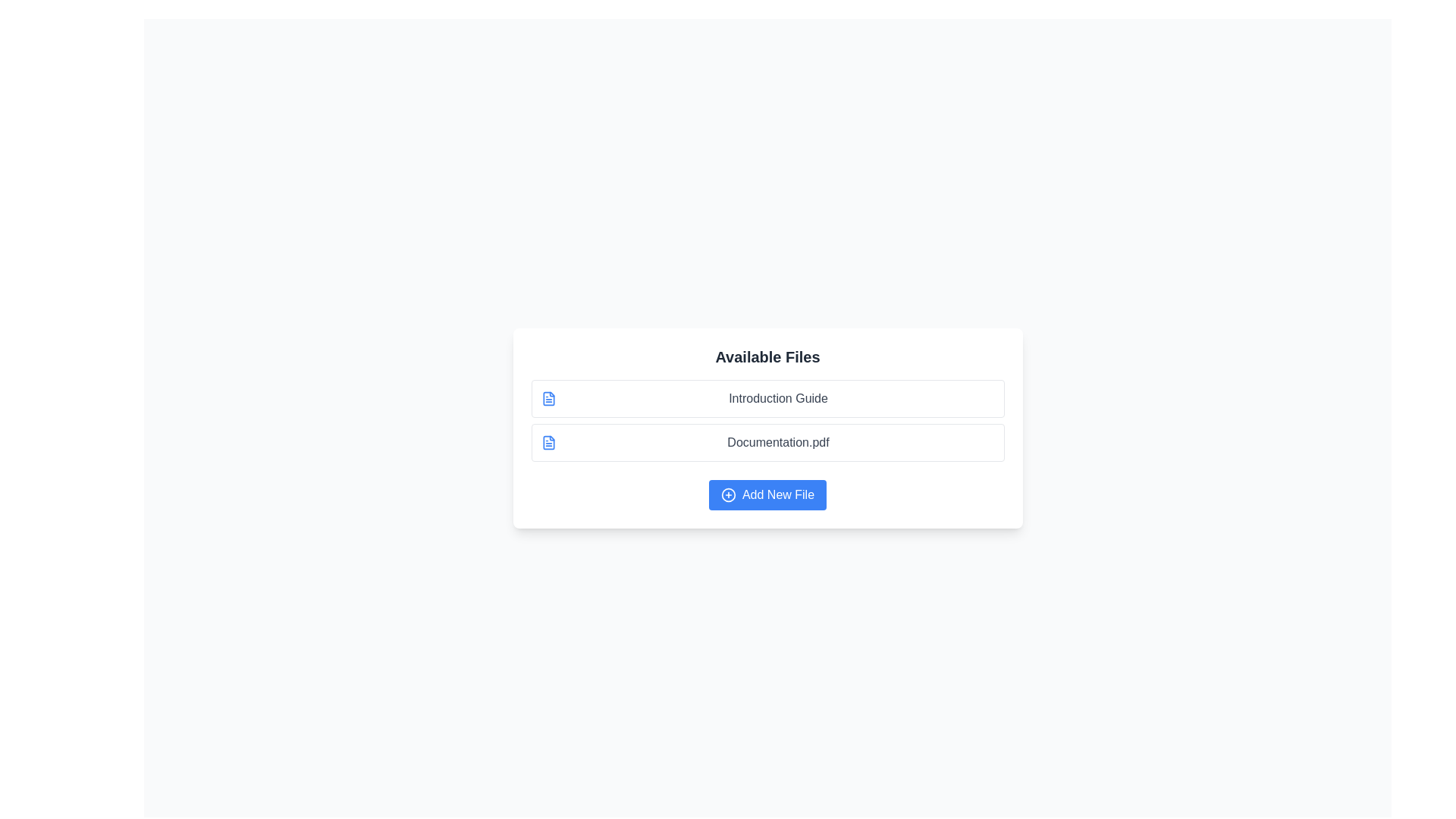  Describe the element at coordinates (767, 397) in the screenshot. I see `the List item with icon and text labeled 'Introduction Guide', which is styled with a light gray border and contains a blue document icon` at that location.